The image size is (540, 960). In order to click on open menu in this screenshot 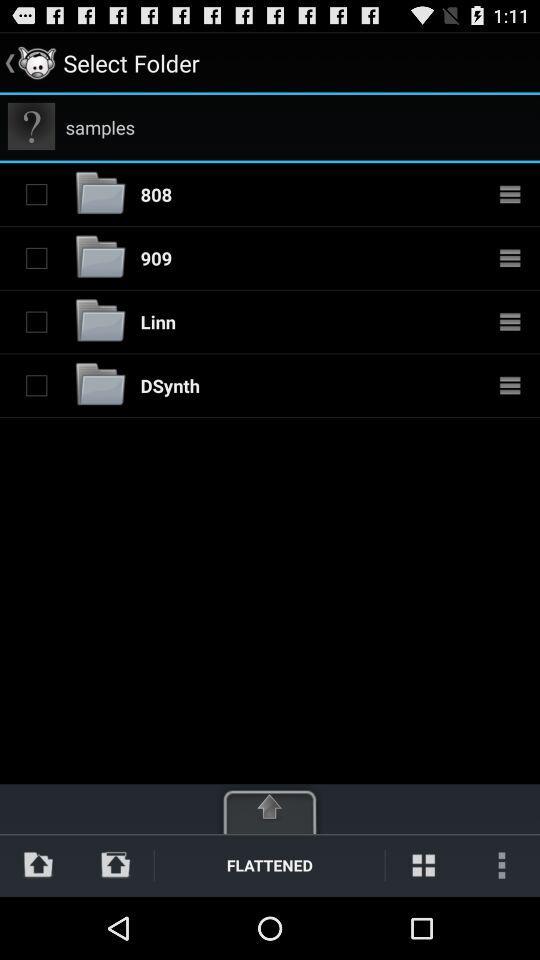, I will do `click(270, 807)`.